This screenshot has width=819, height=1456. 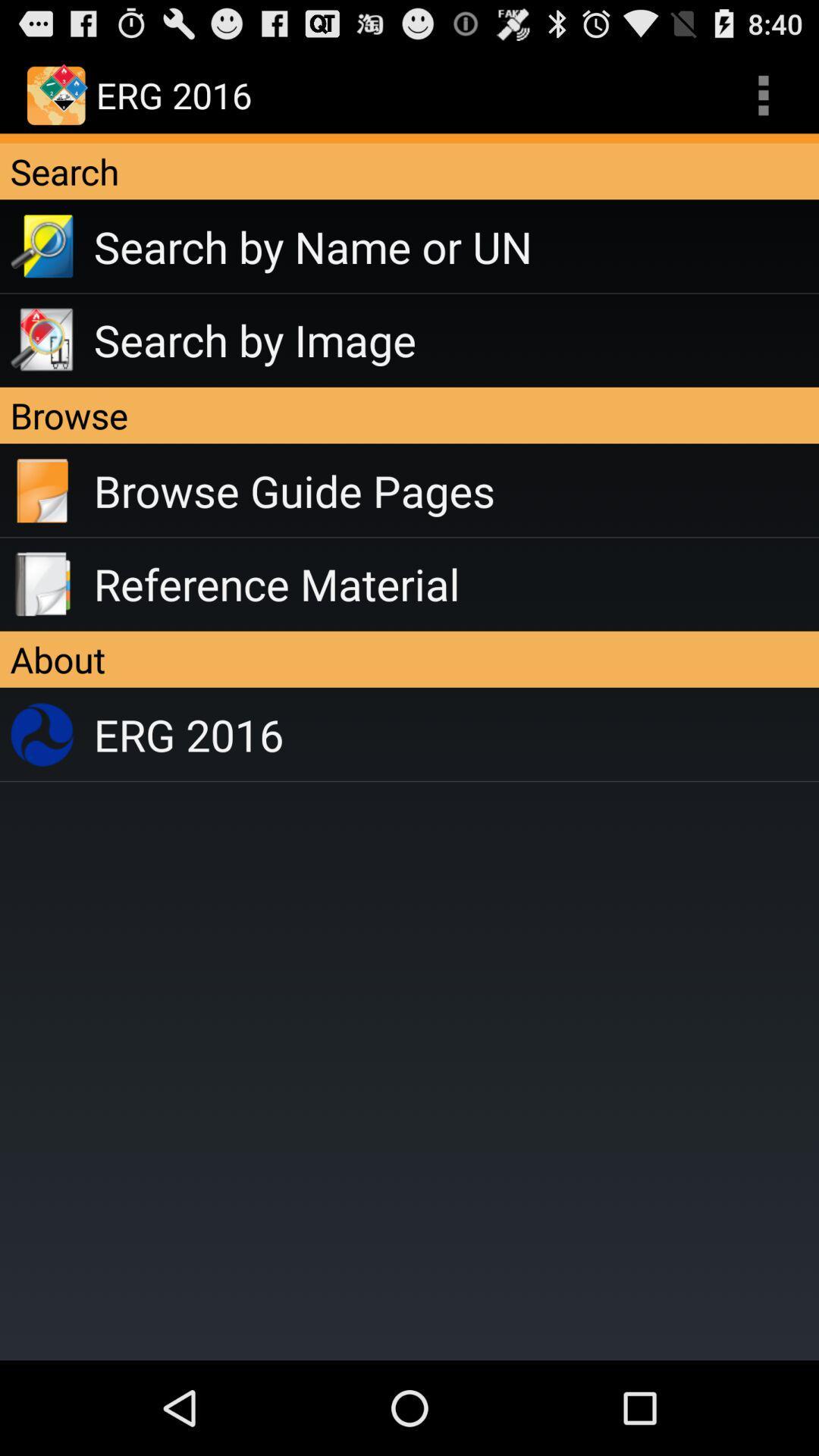 I want to click on app to the right of the erg 2016 app, so click(x=763, y=94).